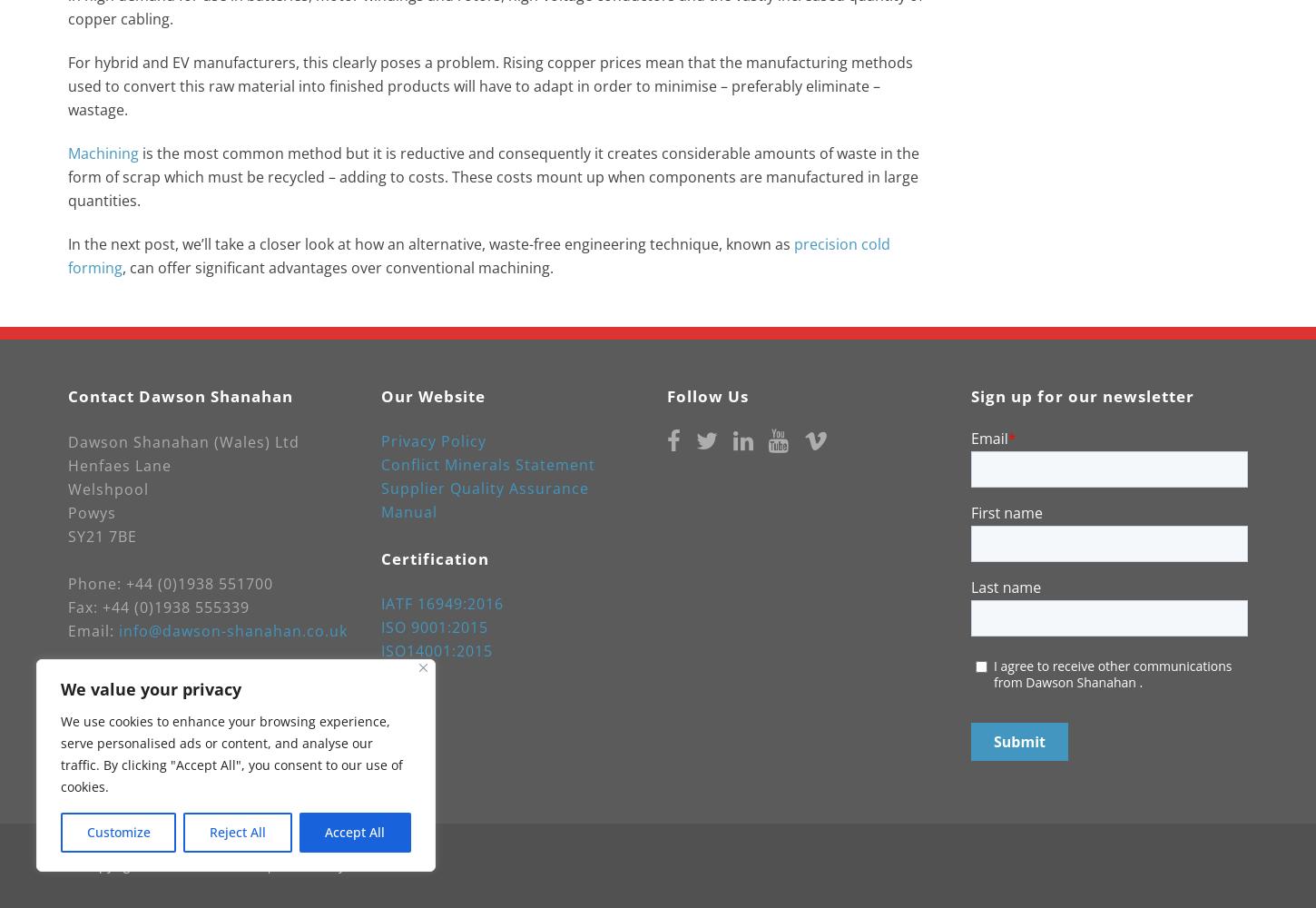 The width and height of the screenshot is (1316, 908). What do you see at coordinates (380, 396) in the screenshot?
I see `'Our Website'` at bounding box center [380, 396].